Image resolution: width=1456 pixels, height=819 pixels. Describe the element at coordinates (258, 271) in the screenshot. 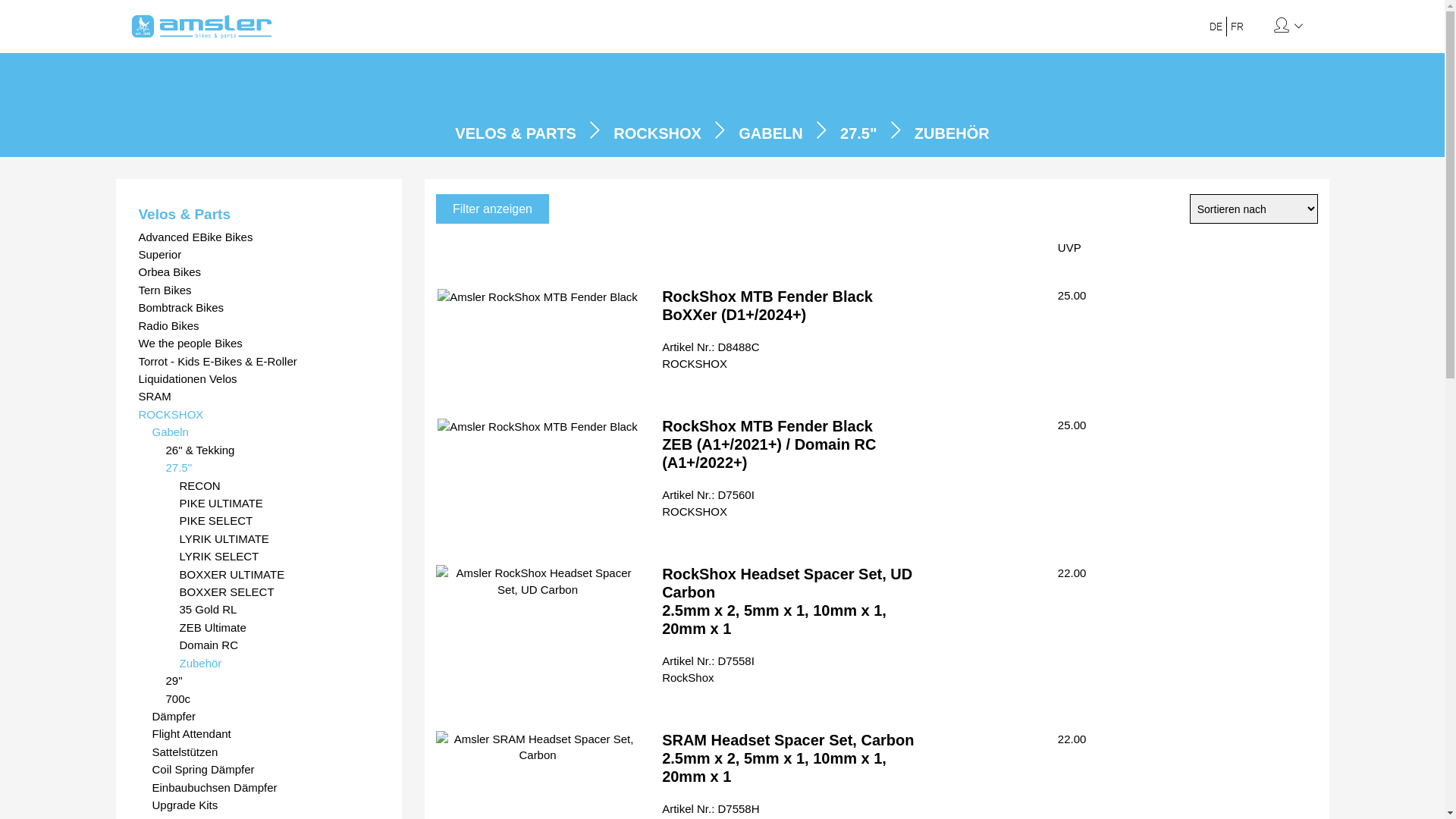

I see `'Orbea Bikes'` at that location.